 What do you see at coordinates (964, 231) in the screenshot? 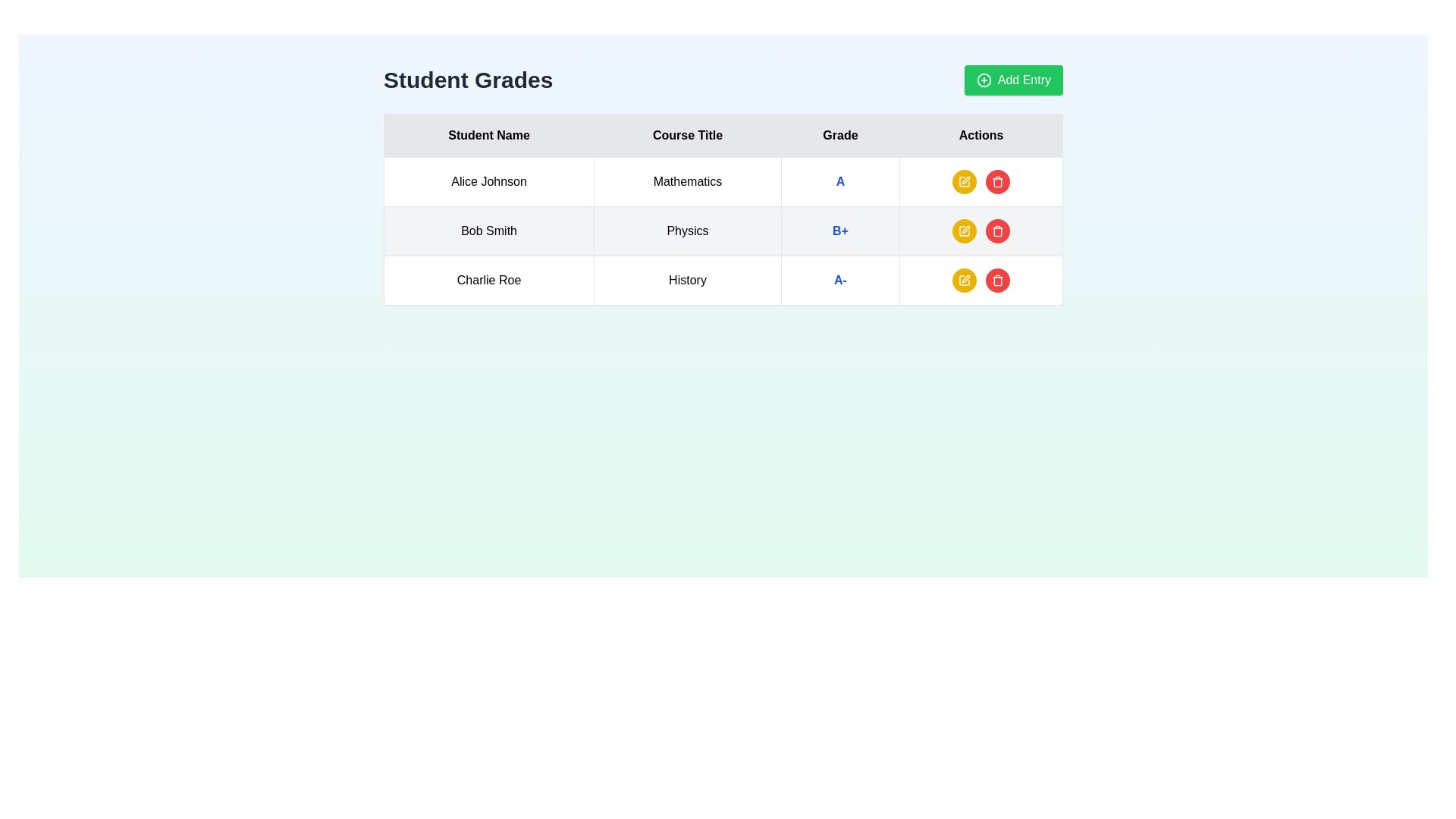
I see `the round yellow button with a pen icon in the second row of the 'Actions' column to initiate edit functionality` at bounding box center [964, 231].